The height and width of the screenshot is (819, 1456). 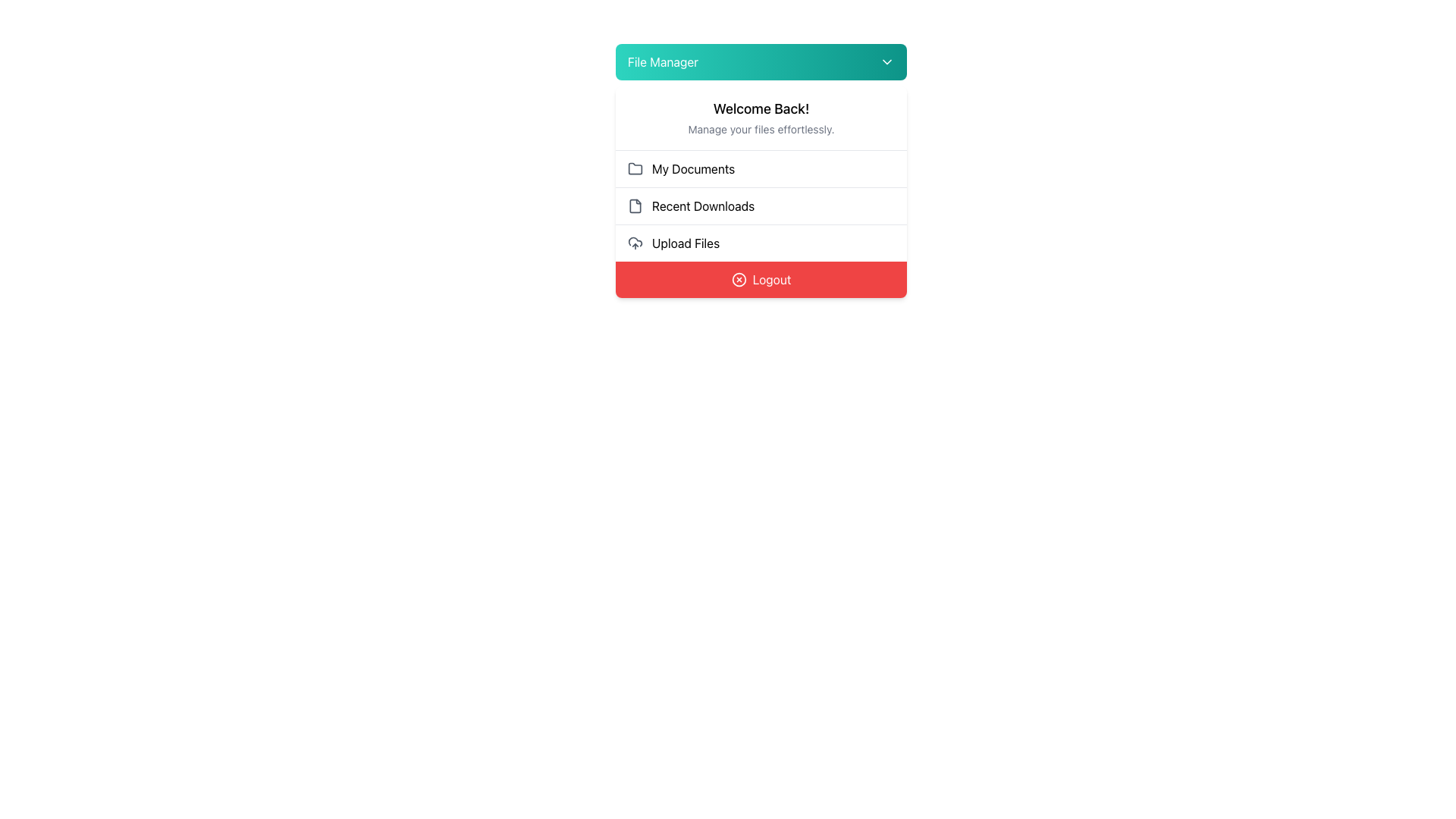 What do you see at coordinates (739, 280) in the screenshot?
I see `the logout icon located near the left side of the logout button at the bottom of the modal interface, which visually reinforces the logout action` at bounding box center [739, 280].